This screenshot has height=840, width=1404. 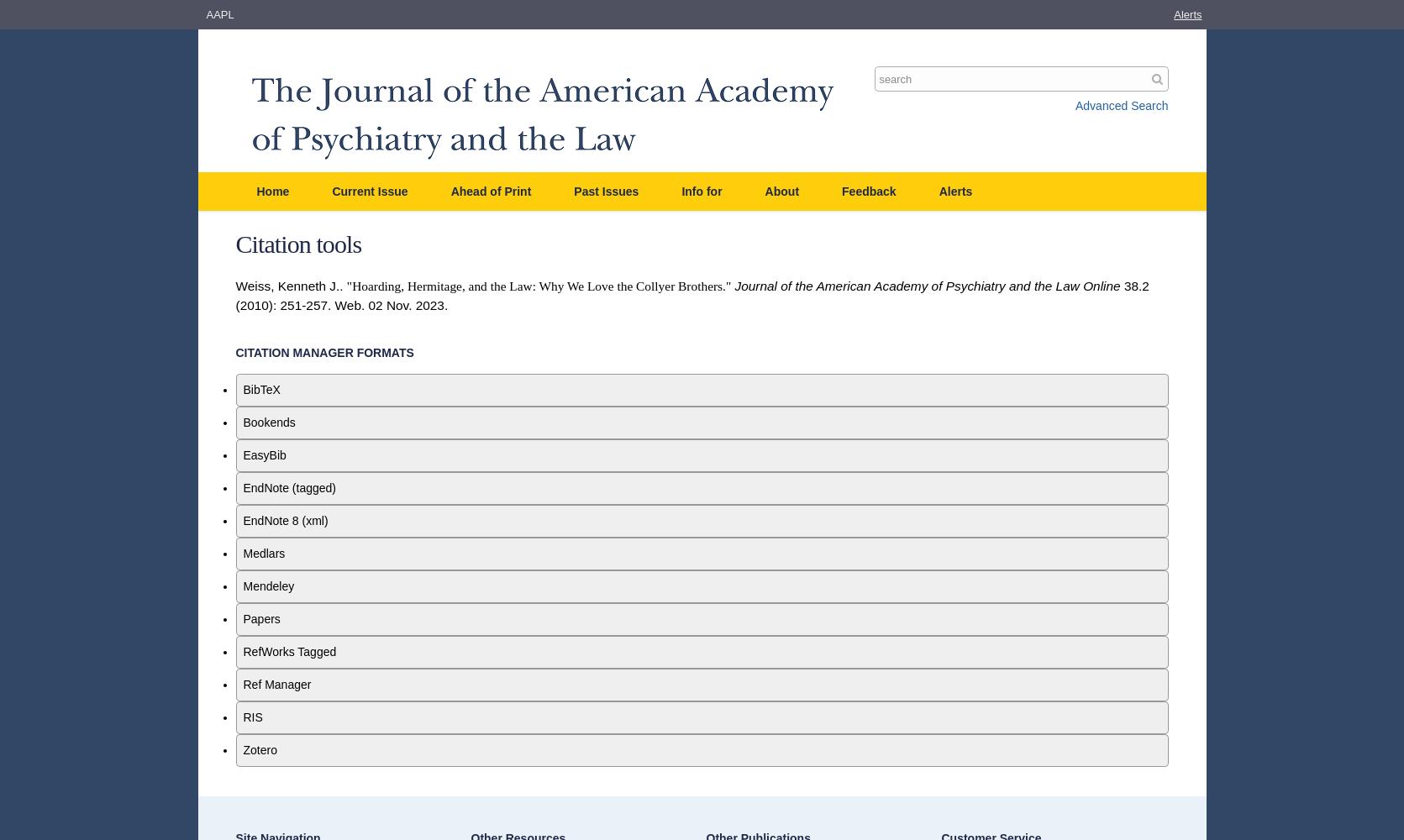 What do you see at coordinates (1145, 284) in the screenshot?
I see `'2'` at bounding box center [1145, 284].